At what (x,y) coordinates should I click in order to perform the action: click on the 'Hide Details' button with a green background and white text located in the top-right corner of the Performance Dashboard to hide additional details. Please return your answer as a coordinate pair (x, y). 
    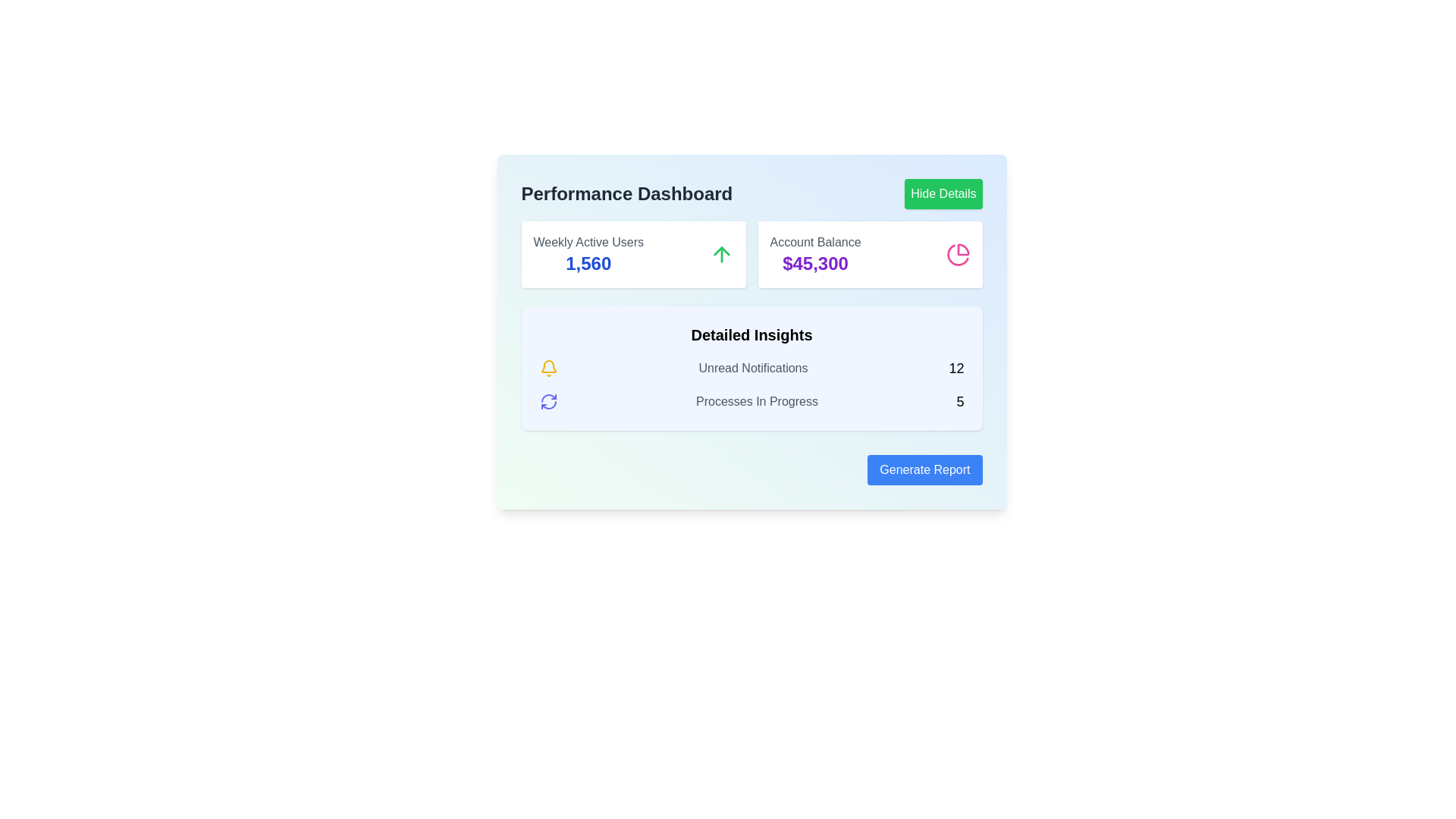
    Looking at the image, I should click on (943, 193).